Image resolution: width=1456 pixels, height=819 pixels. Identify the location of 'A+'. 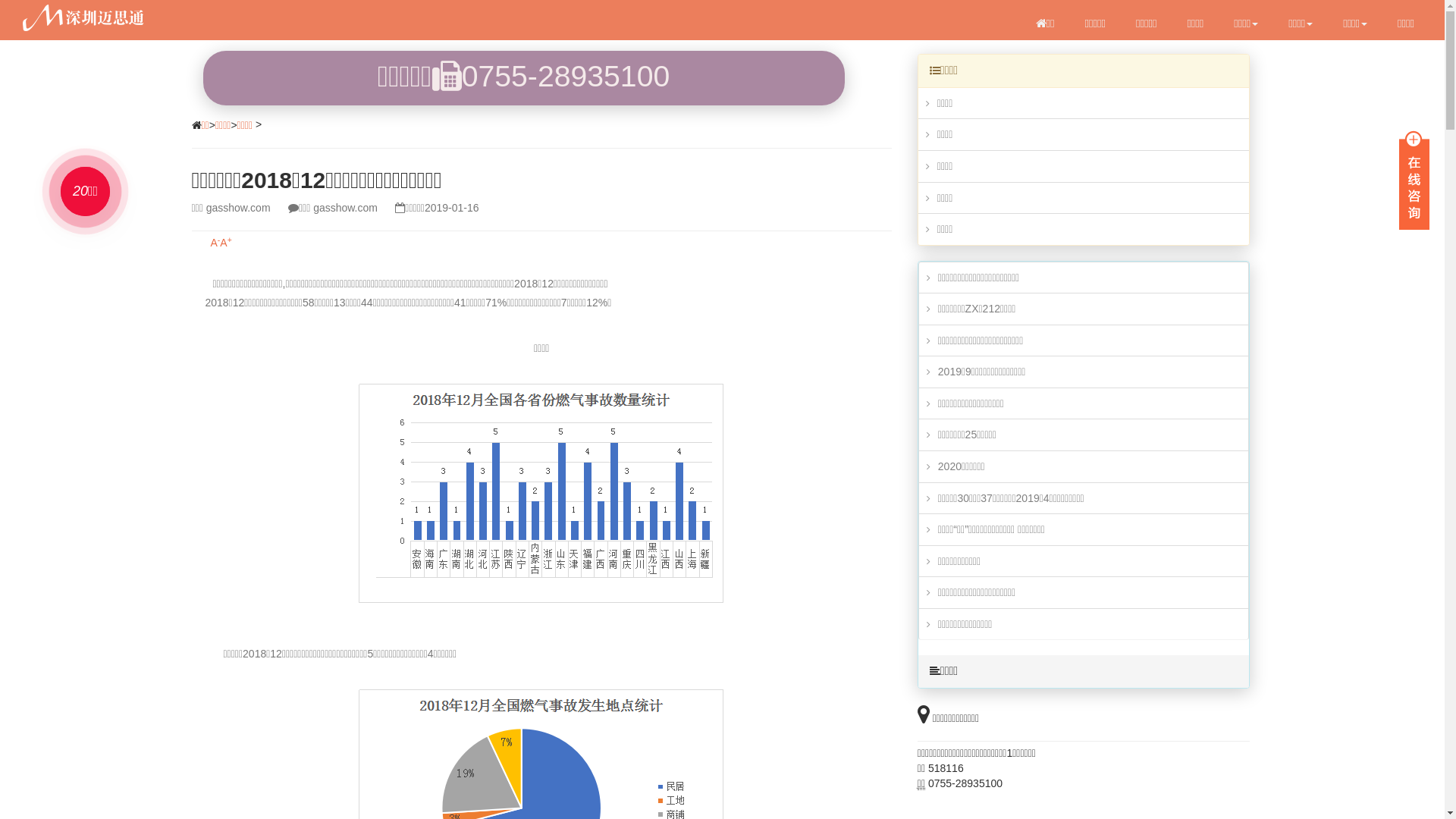
(218, 242).